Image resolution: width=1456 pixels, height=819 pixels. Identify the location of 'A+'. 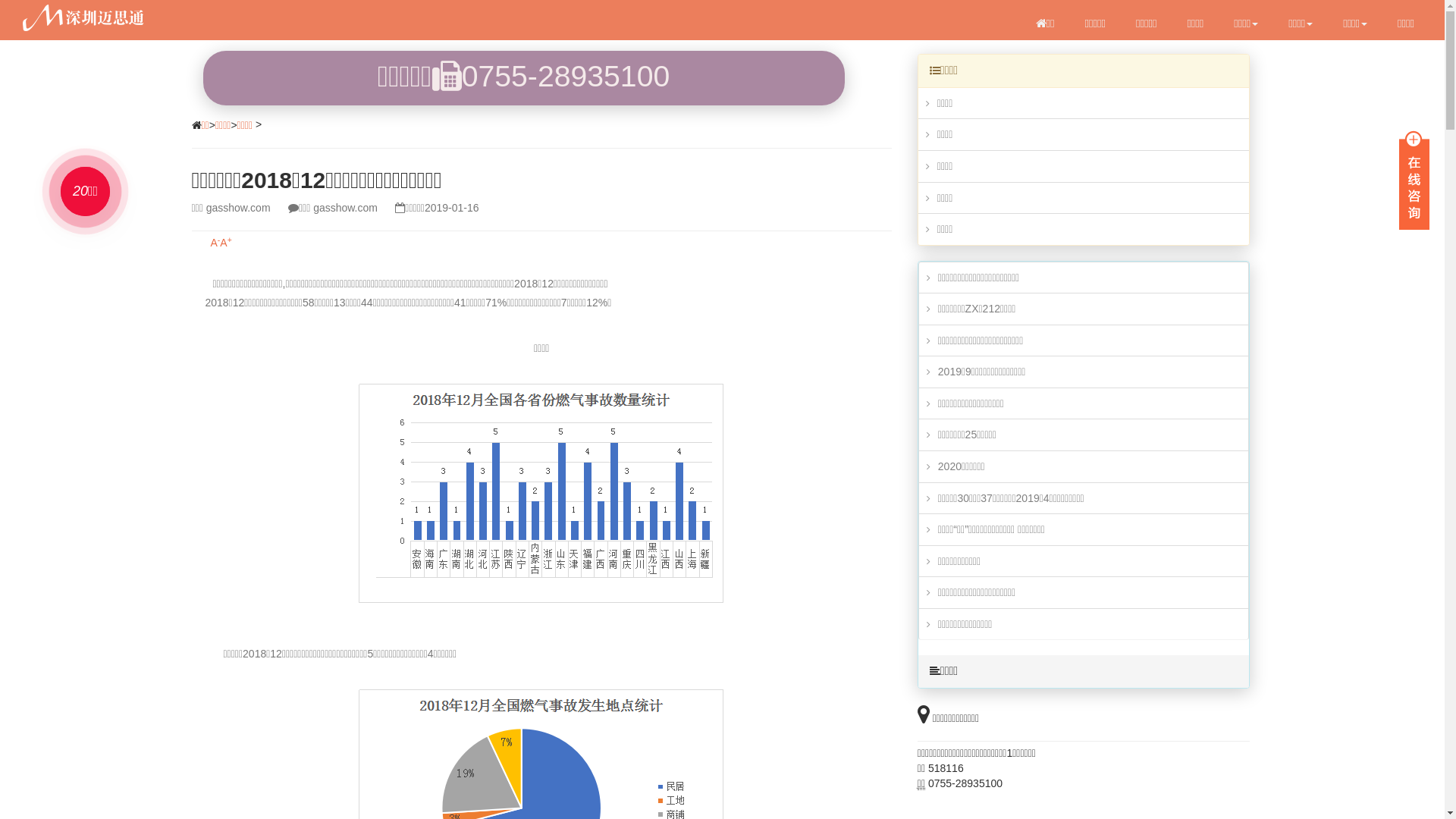
(218, 242).